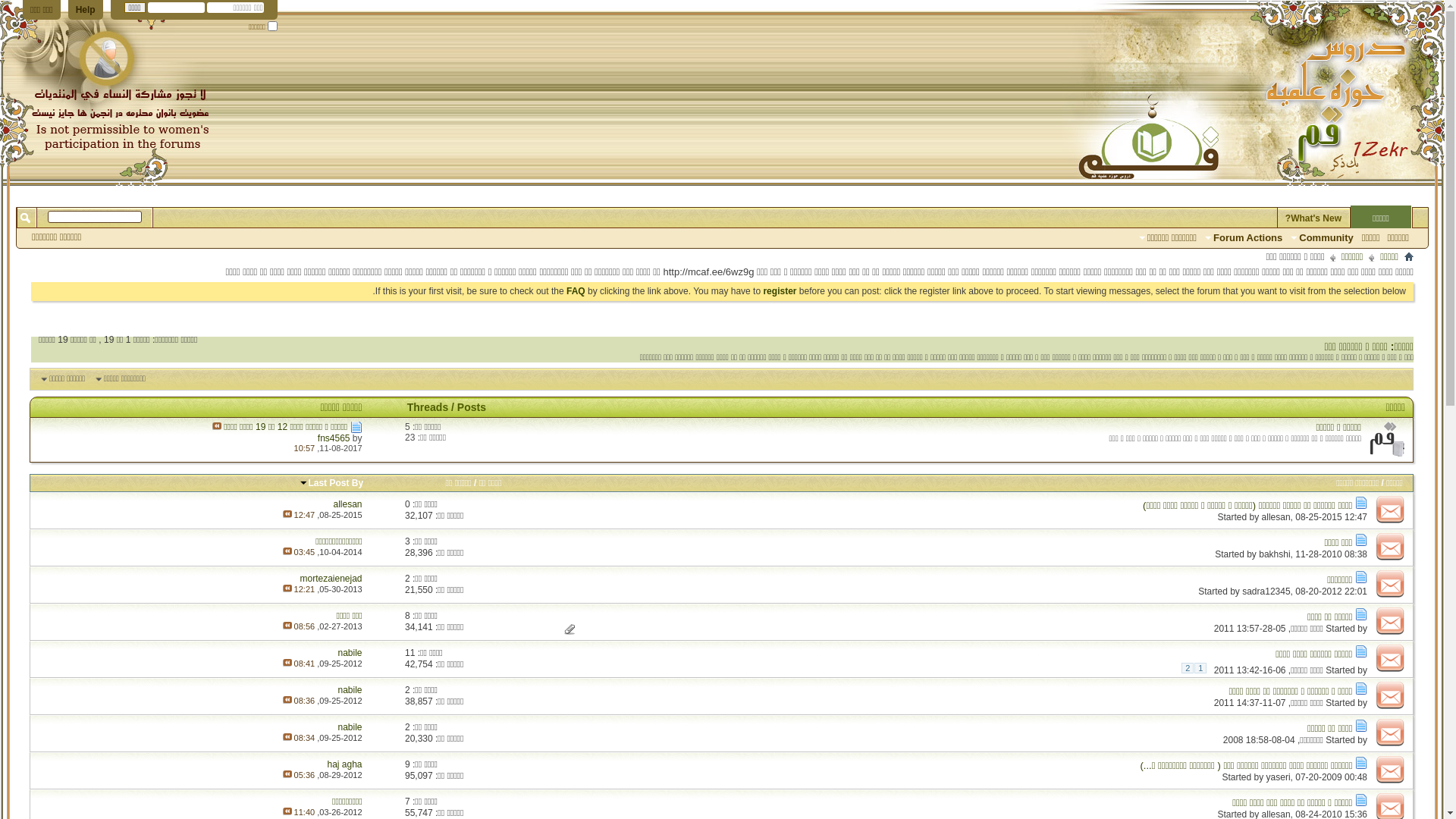  Describe the element at coordinates (349, 651) in the screenshot. I see `'nabile'` at that location.